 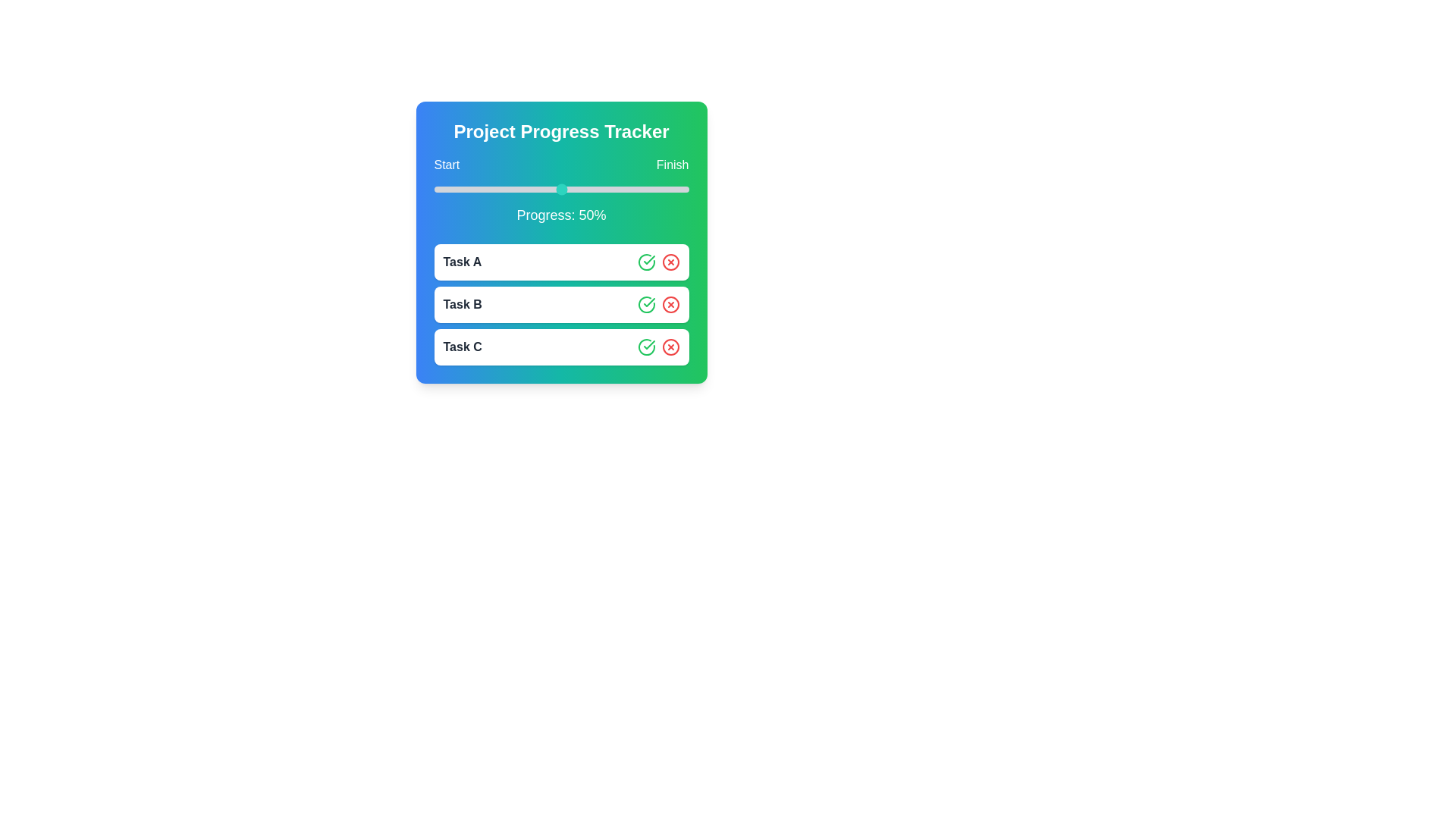 I want to click on the task name Task B to focus or select it, so click(x=462, y=304).